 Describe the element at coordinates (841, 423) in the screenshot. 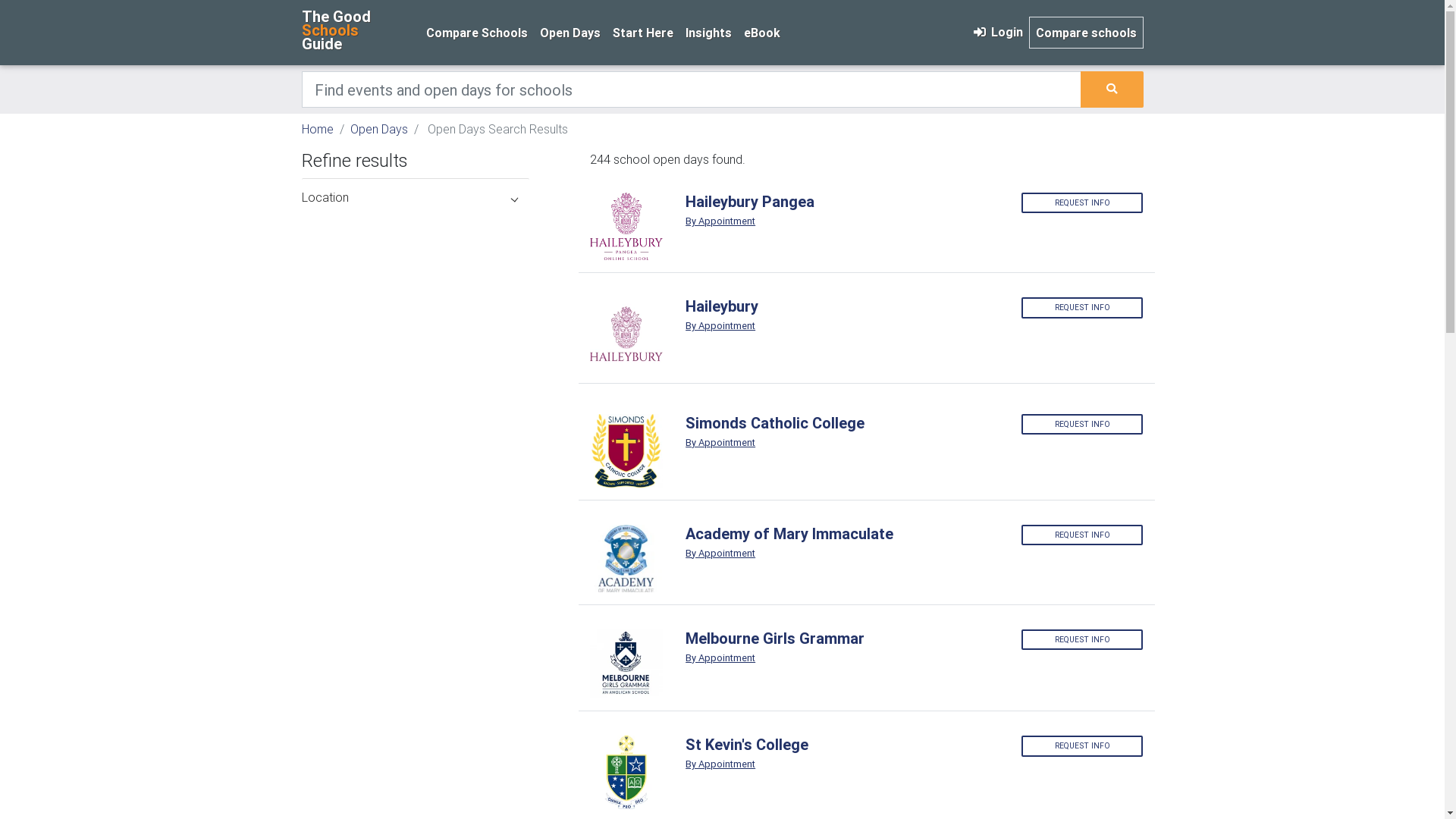

I see `'Simonds Catholic College'` at that location.